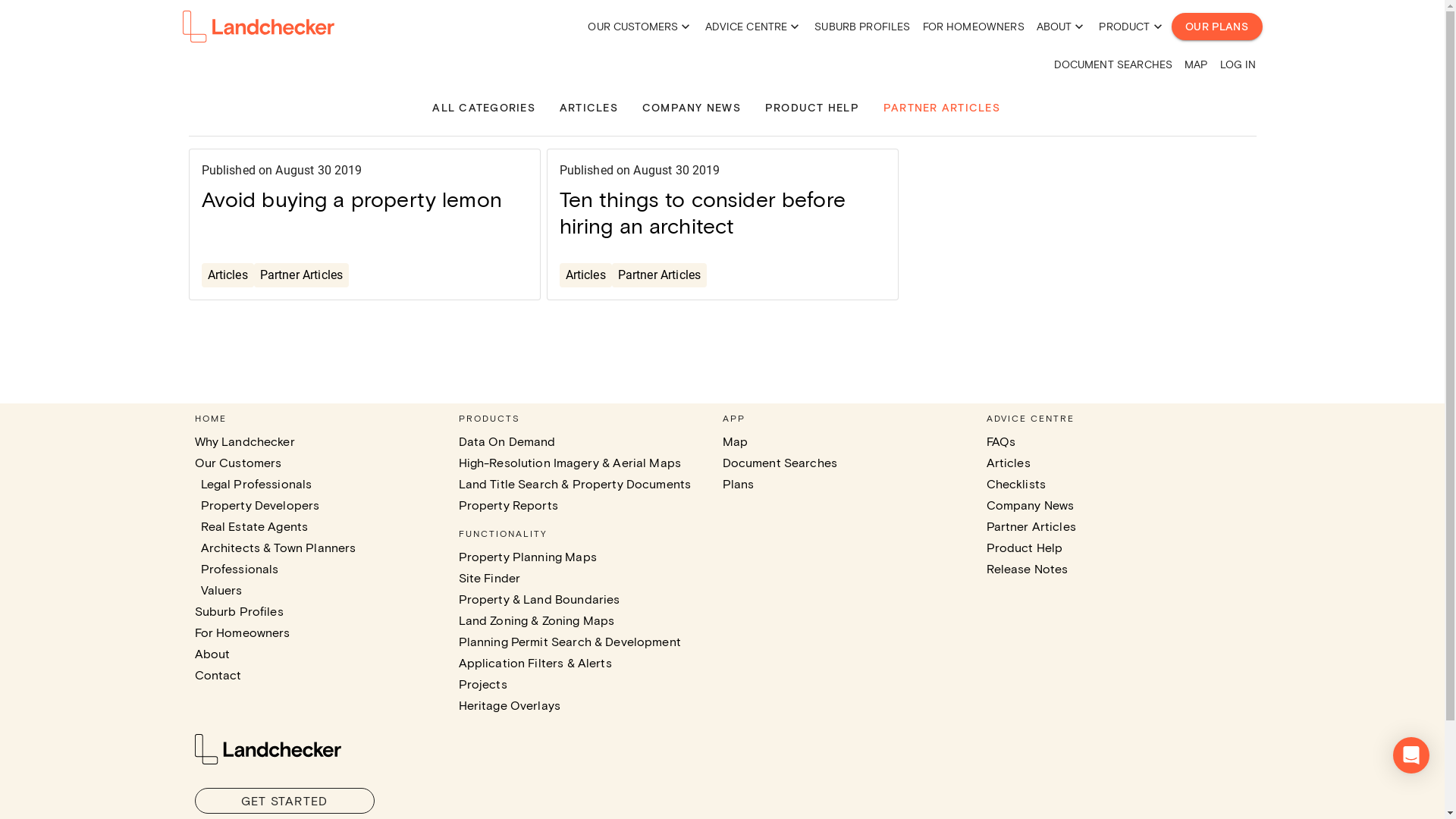  I want to click on 'Why Landchecker', so click(193, 441).